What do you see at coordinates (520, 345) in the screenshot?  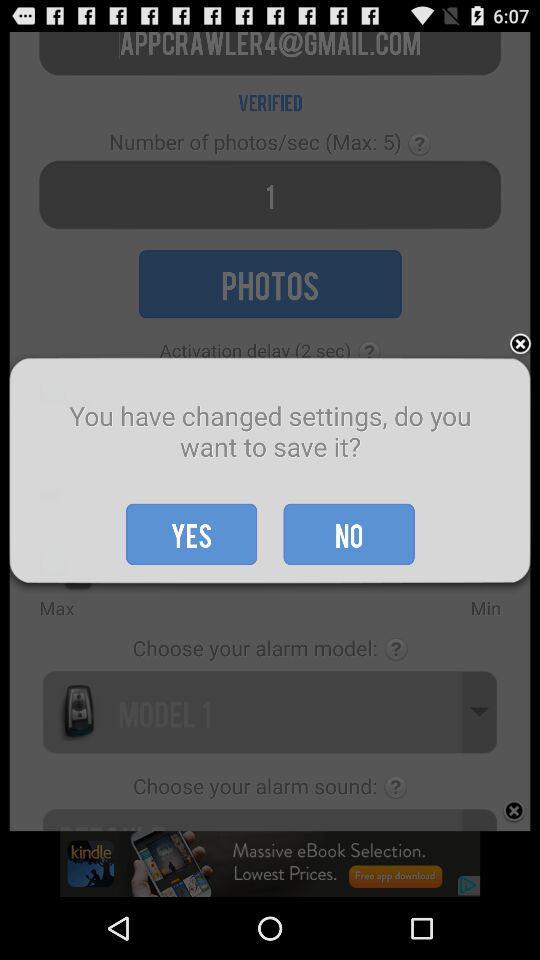 I see `exit out` at bounding box center [520, 345].